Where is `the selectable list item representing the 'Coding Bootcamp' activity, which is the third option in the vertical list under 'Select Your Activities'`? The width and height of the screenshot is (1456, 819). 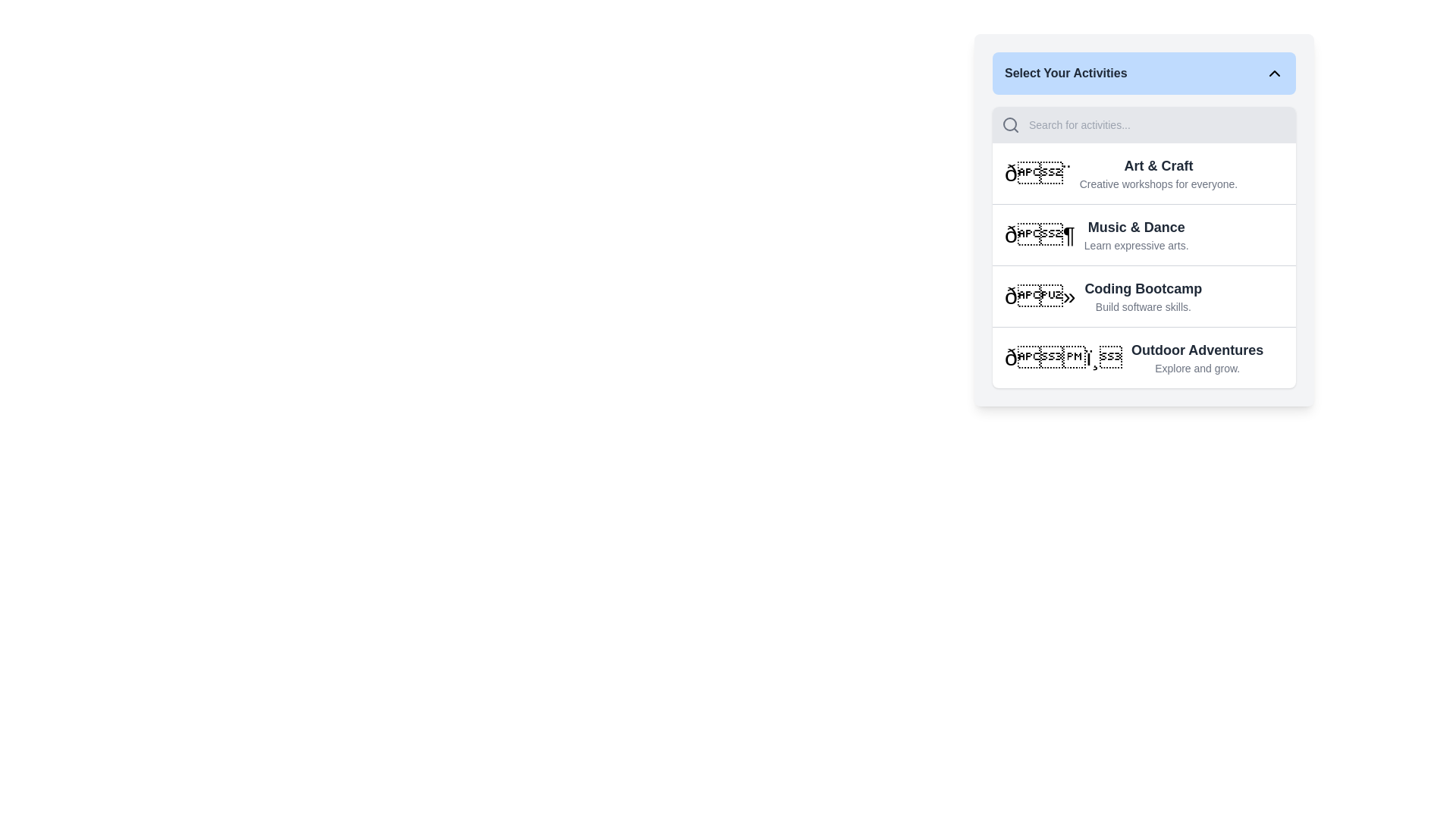 the selectable list item representing the 'Coding Bootcamp' activity, which is the third option in the vertical list under 'Select Your Activities' is located at coordinates (1144, 295).